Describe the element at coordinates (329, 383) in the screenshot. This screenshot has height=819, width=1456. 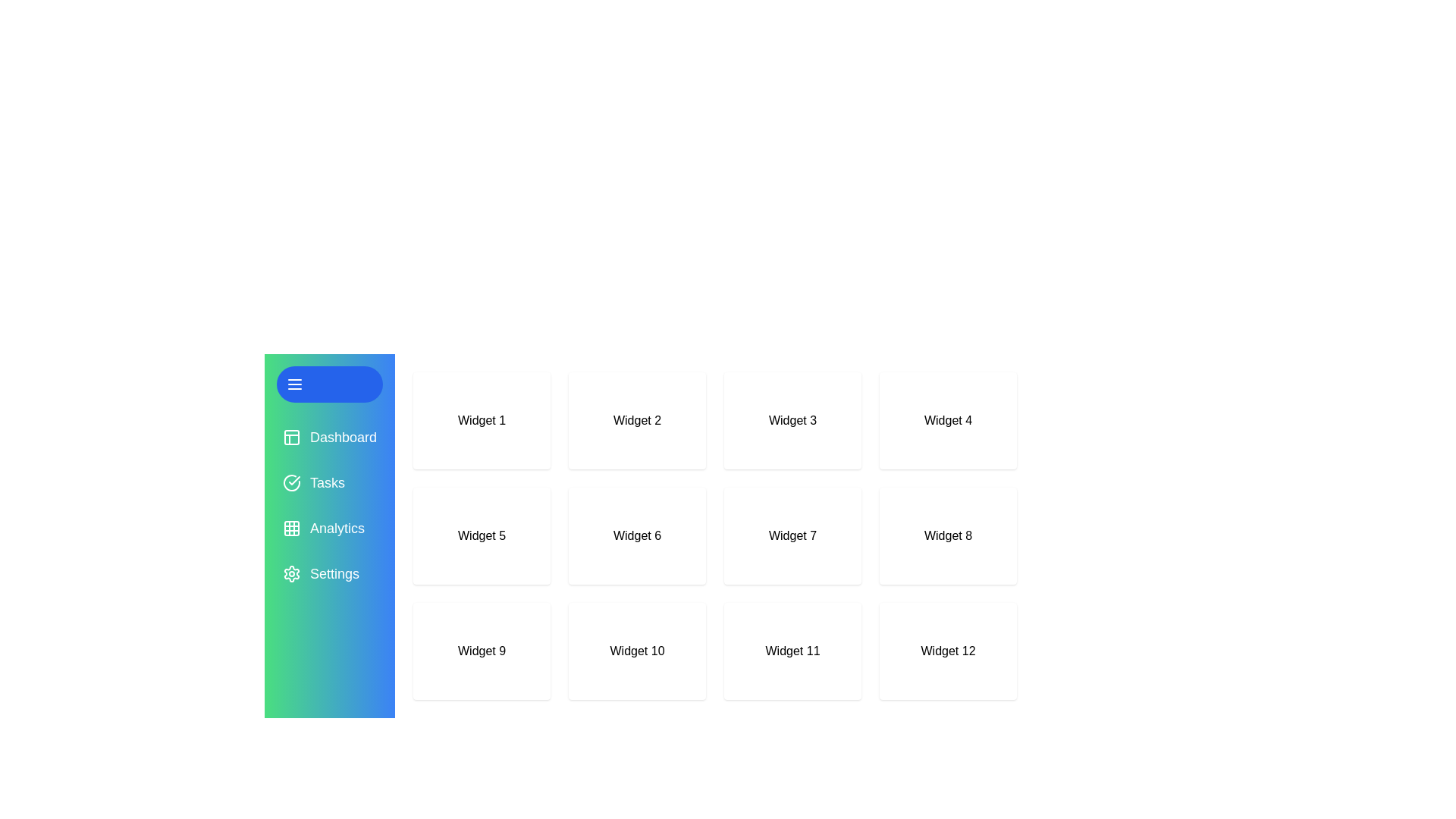
I see `toggle button to change the sidebar visibility` at that location.